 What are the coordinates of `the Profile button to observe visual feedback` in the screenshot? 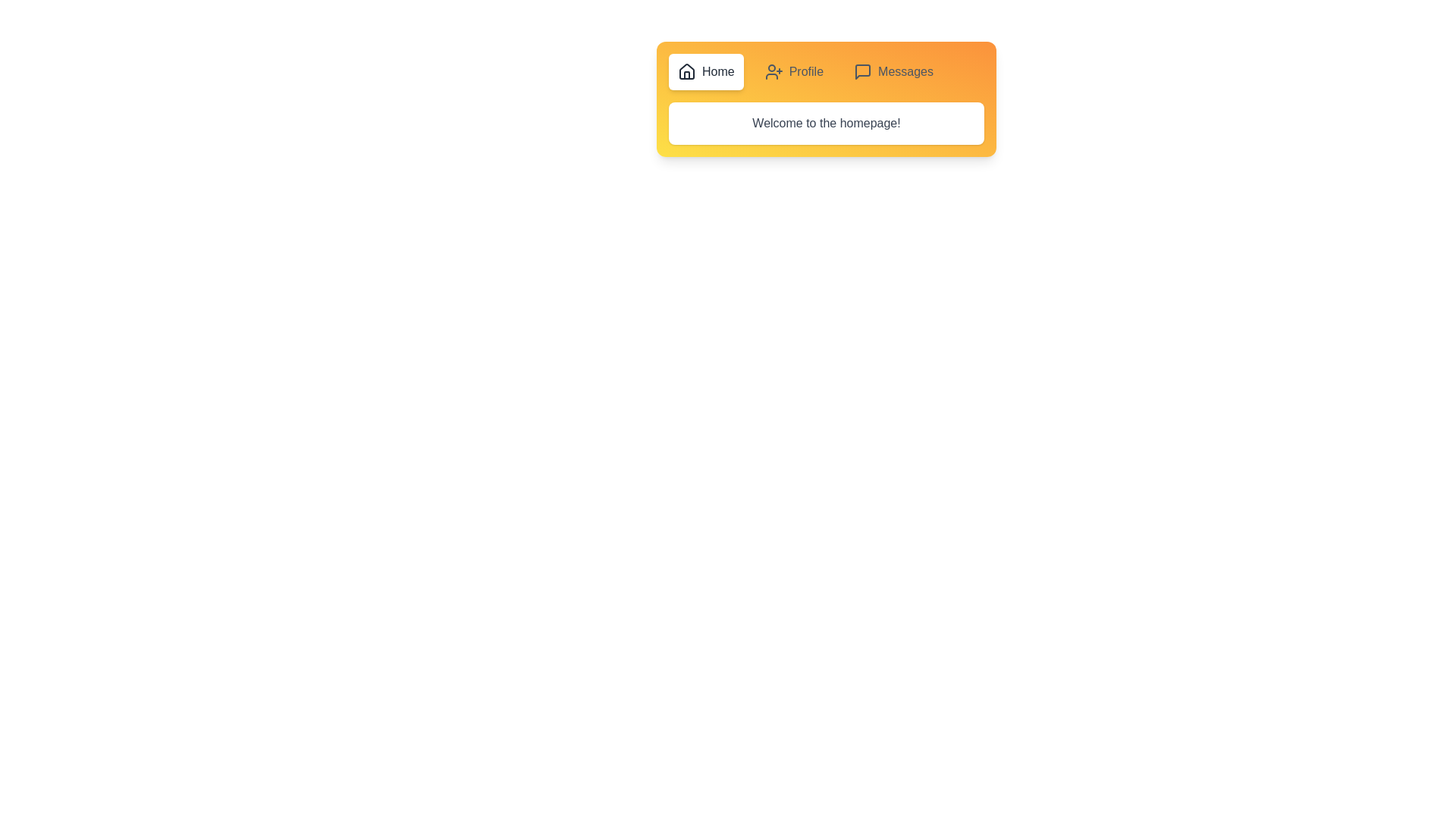 It's located at (792, 72).